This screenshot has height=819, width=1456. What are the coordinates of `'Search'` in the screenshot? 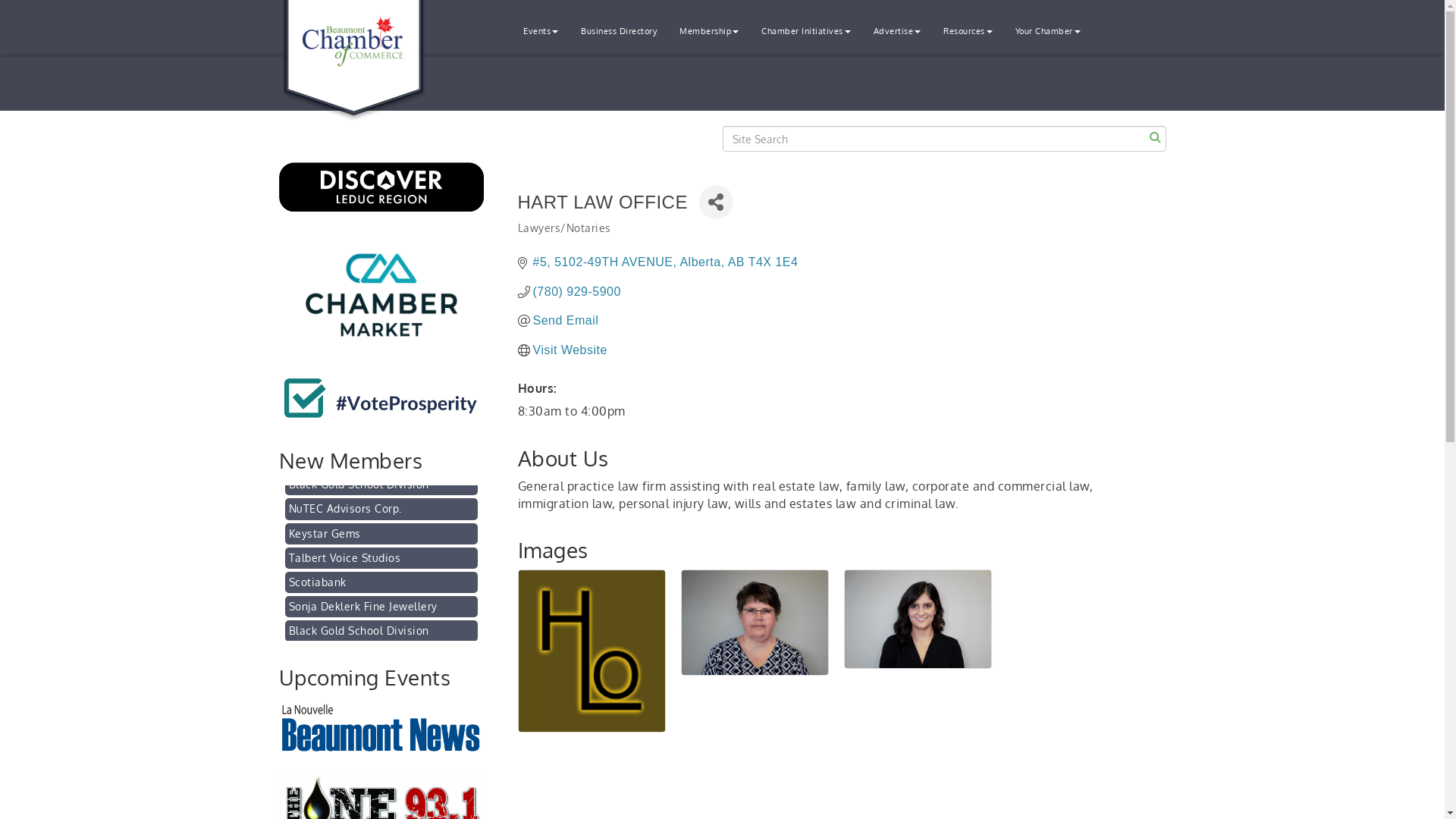 It's located at (1154, 136).